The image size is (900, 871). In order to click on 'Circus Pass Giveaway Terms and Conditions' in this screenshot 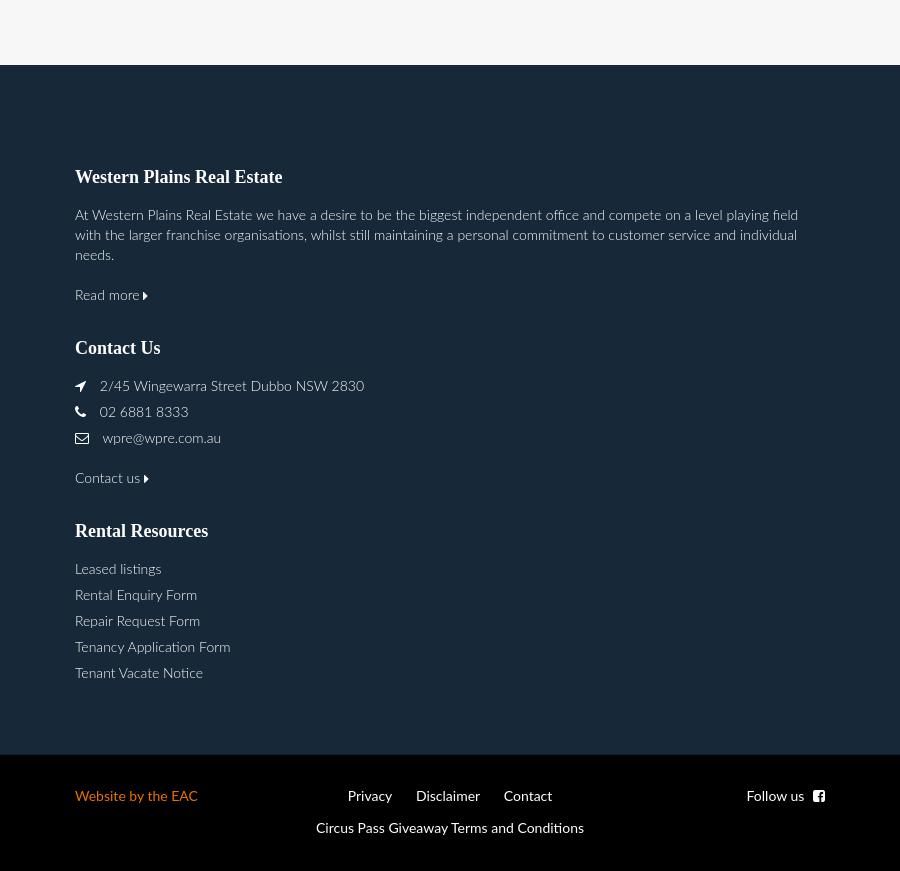, I will do `click(449, 827)`.